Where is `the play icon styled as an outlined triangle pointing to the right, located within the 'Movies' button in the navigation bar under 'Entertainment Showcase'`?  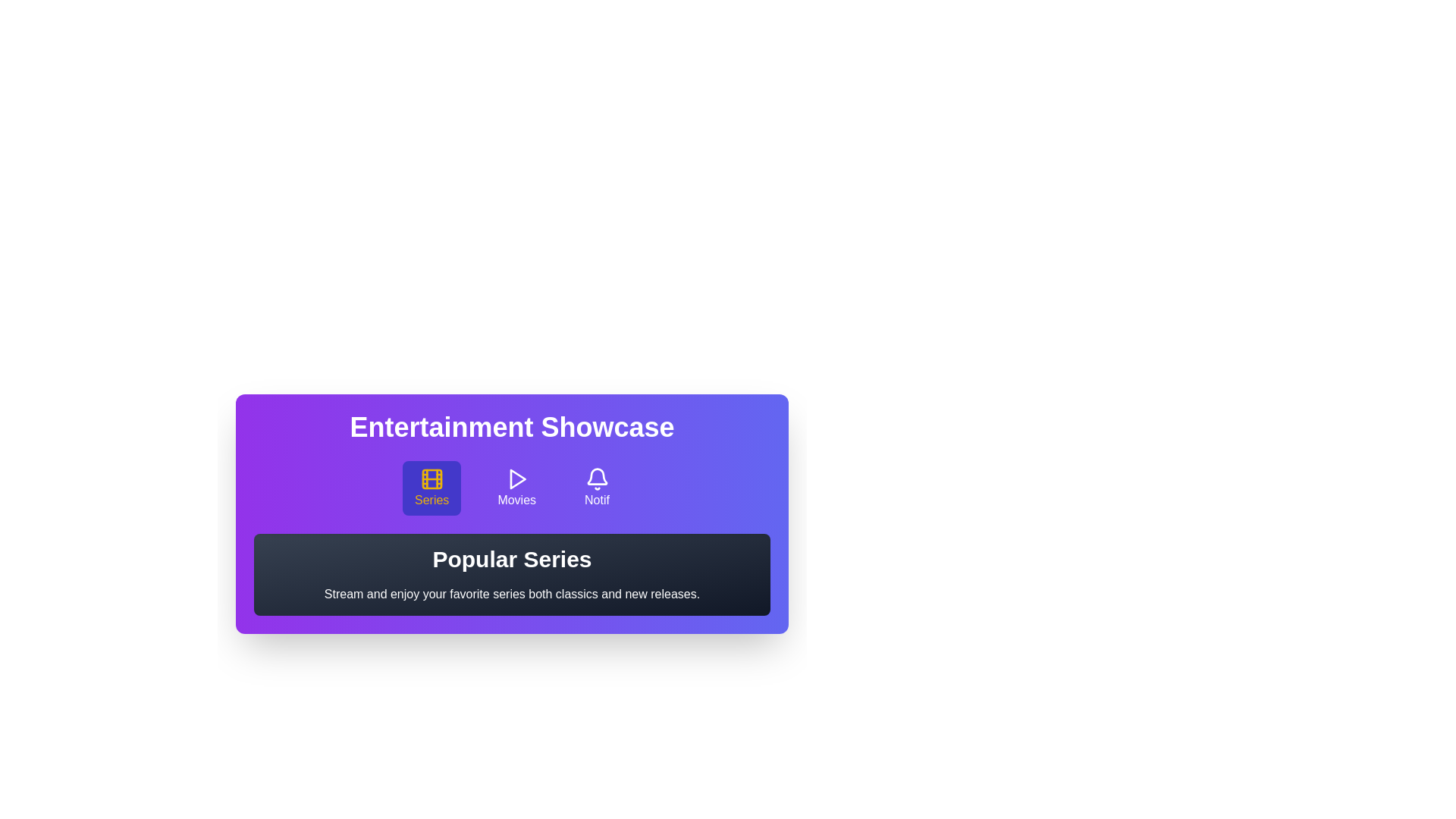 the play icon styled as an outlined triangle pointing to the right, located within the 'Movies' button in the navigation bar under 'Entertainment Showcase' is located at coordinates (516, 479).